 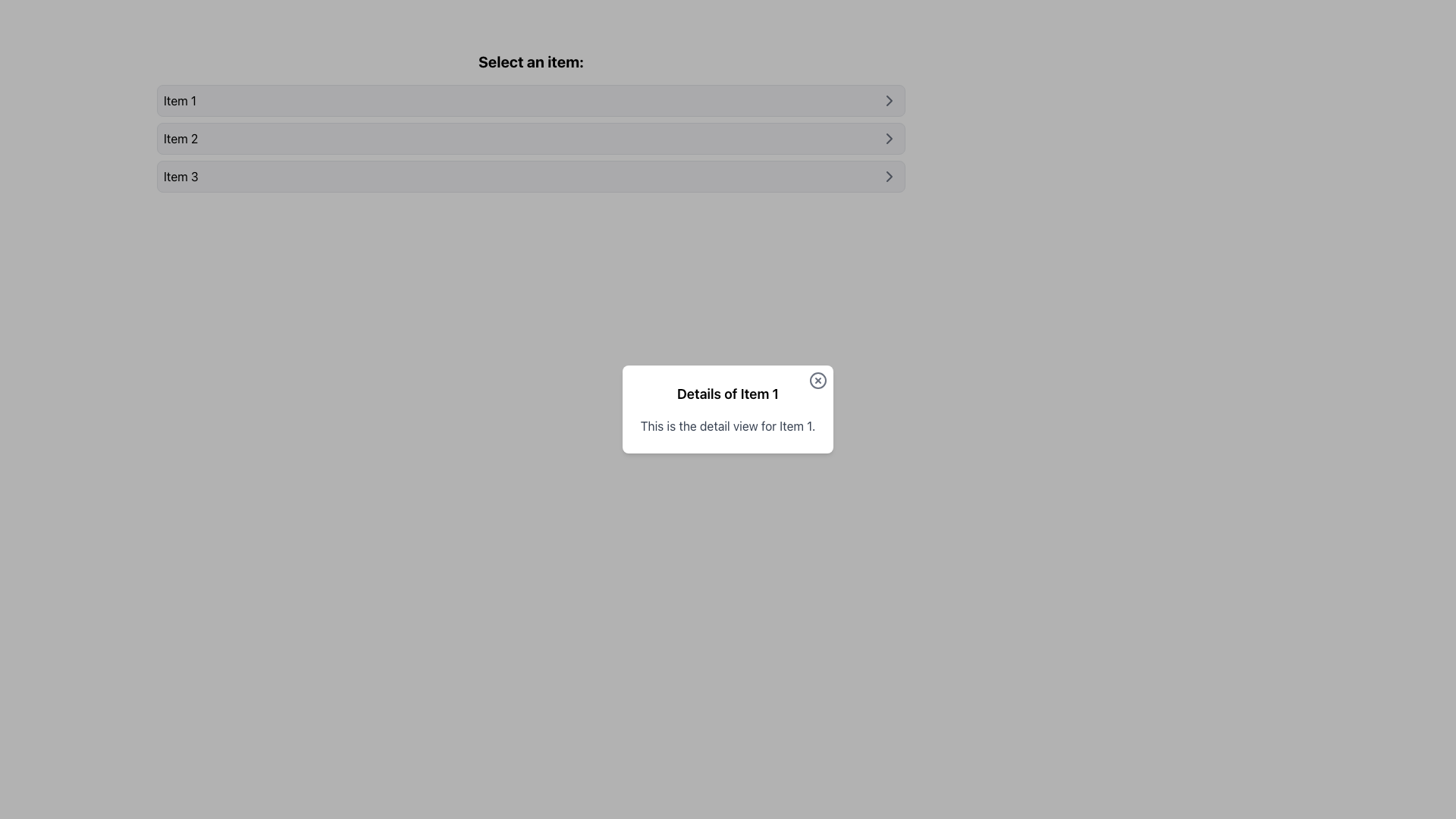 What do you see at coordinates (889, 138) in the screenshot?
I see `the right-pointing chevron icon located in the rightmost segment of the list item associated with 'Item 2'` at bounding box center [889, 138].